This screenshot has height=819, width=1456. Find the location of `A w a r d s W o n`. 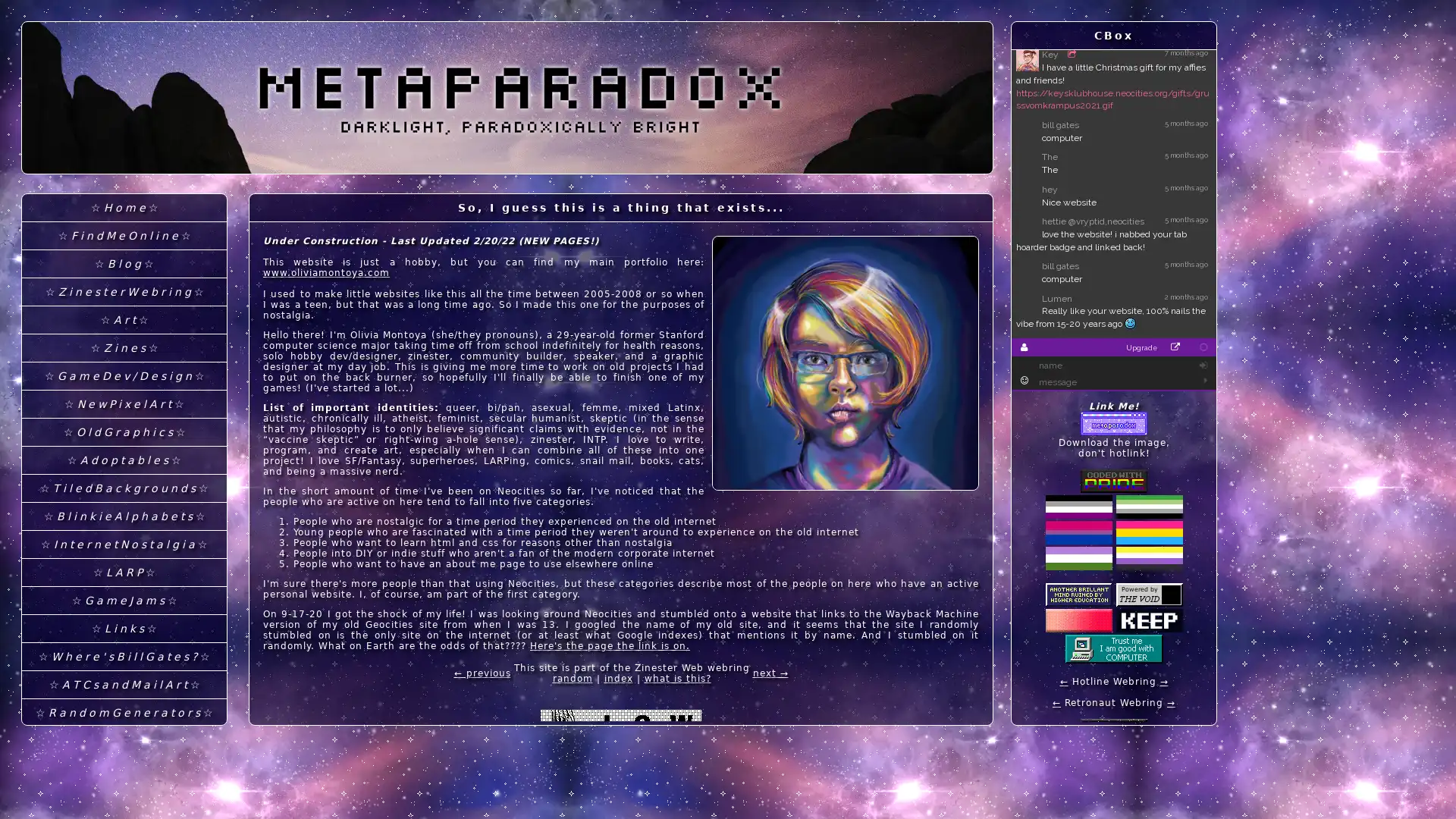

A w a r d s W o n is located at coordinates (124, 796).